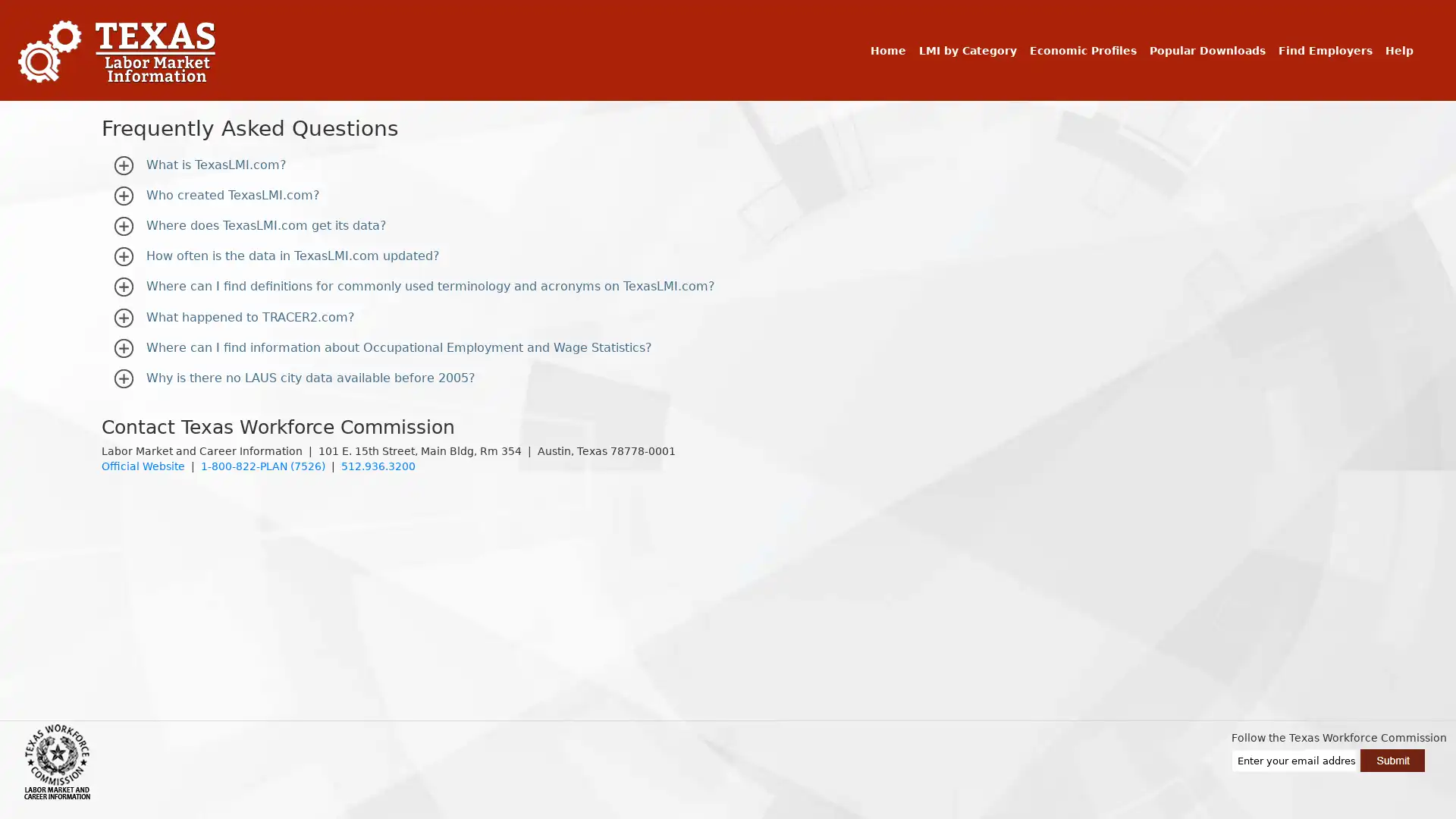 The image size is (1456, 819). I want to click on What happened to TRACER2.com?, so click(726, 315).